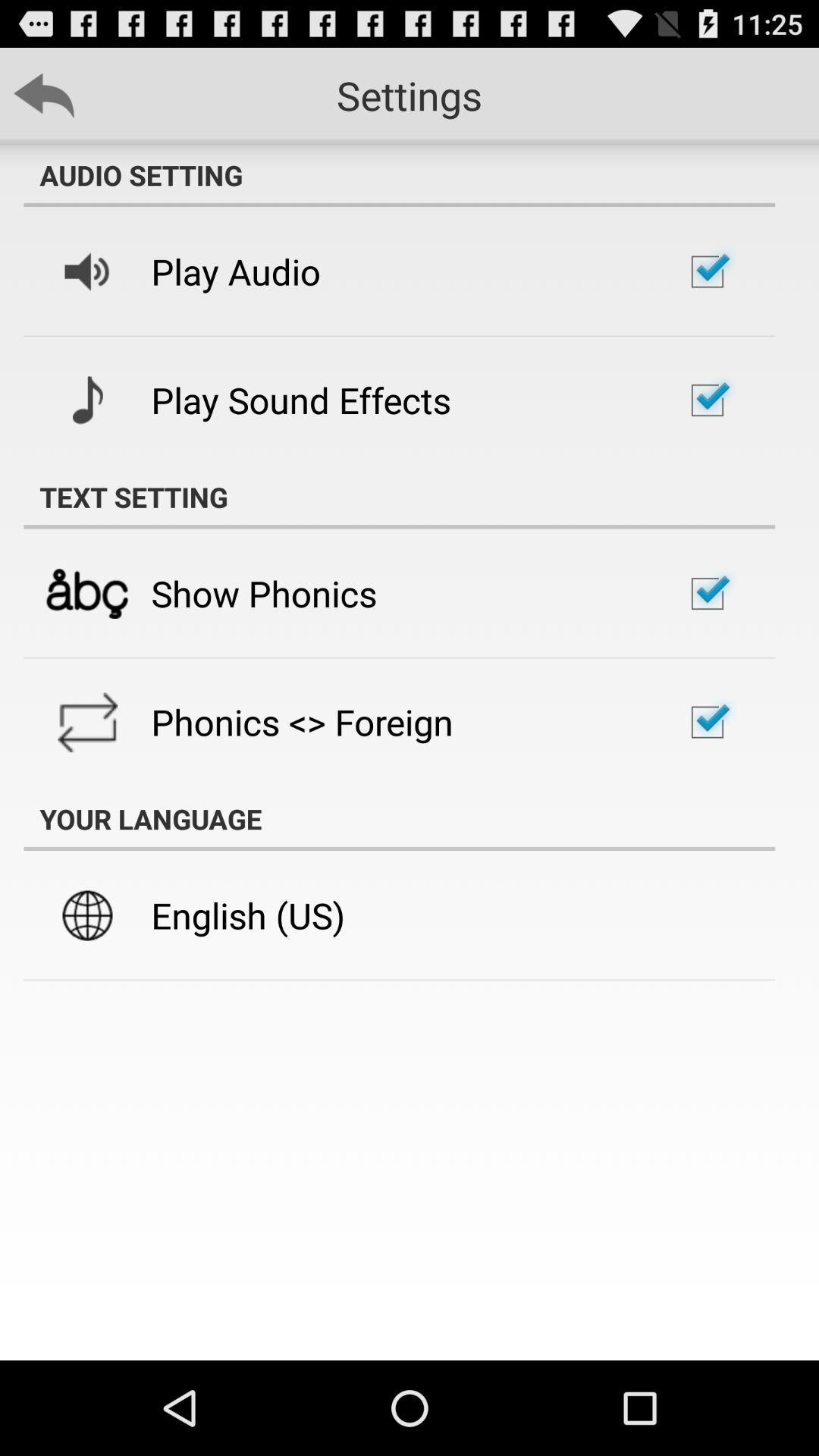 The width and height of the screenshot is (819, 1456). I want to click on the phonics <> foreign item, so click(302, 721).